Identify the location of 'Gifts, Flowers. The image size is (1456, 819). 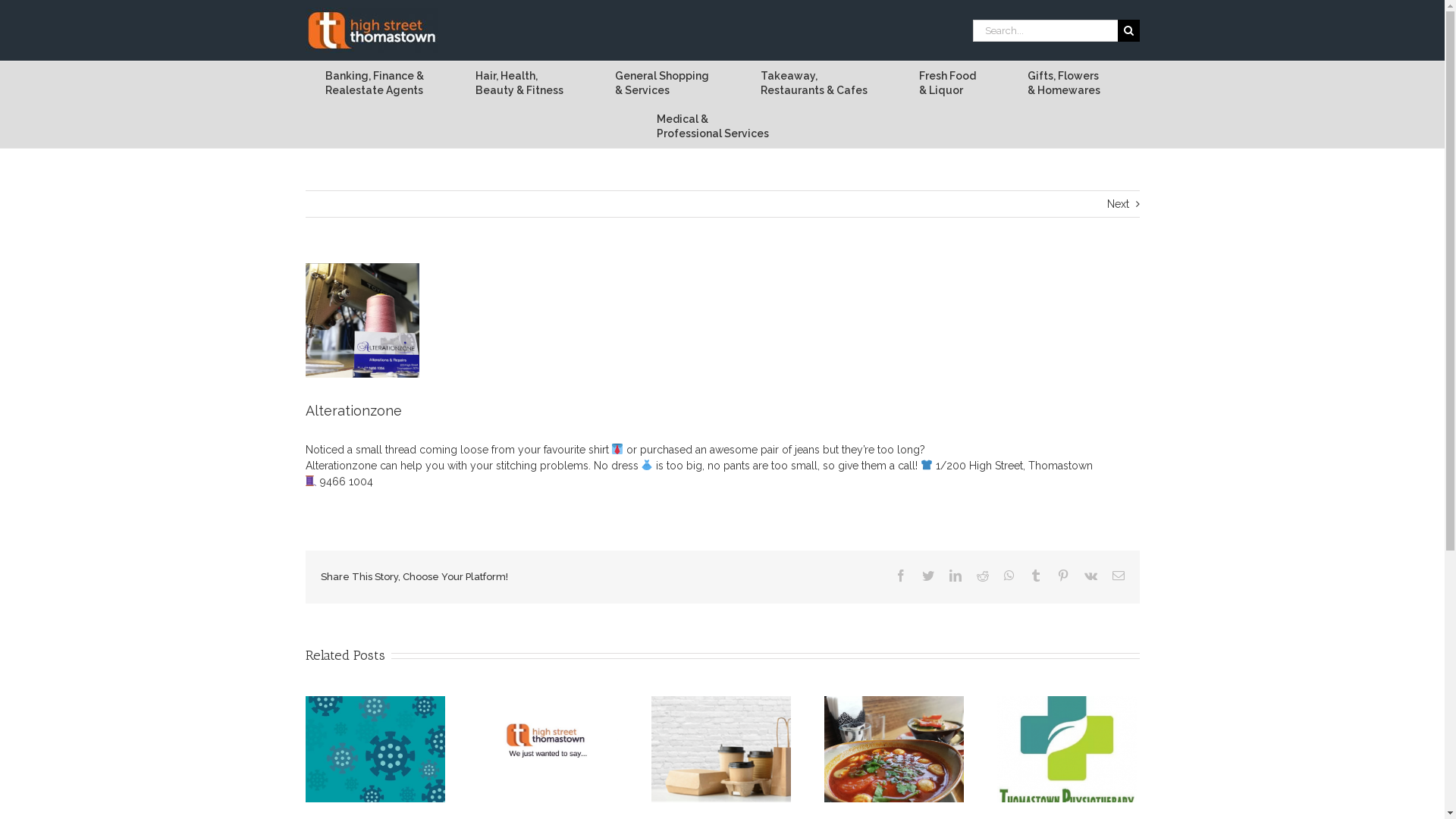
(1012, 83).